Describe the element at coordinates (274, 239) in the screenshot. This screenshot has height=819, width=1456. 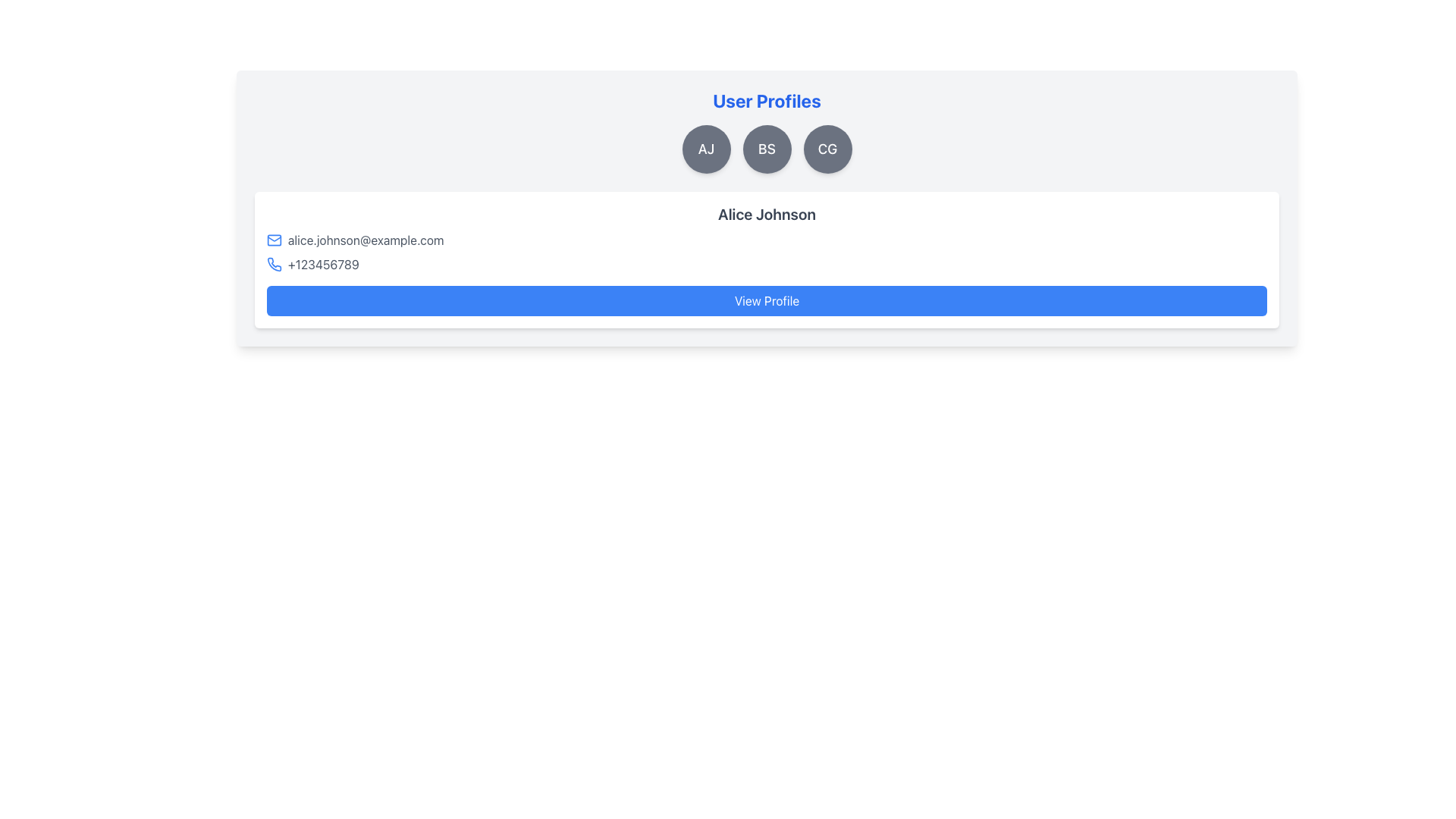
I see `the decorative envelope icon that signifies email communication, located adjacent to the email text 'alice.johnson@example.com' in the profile card section` at that location.